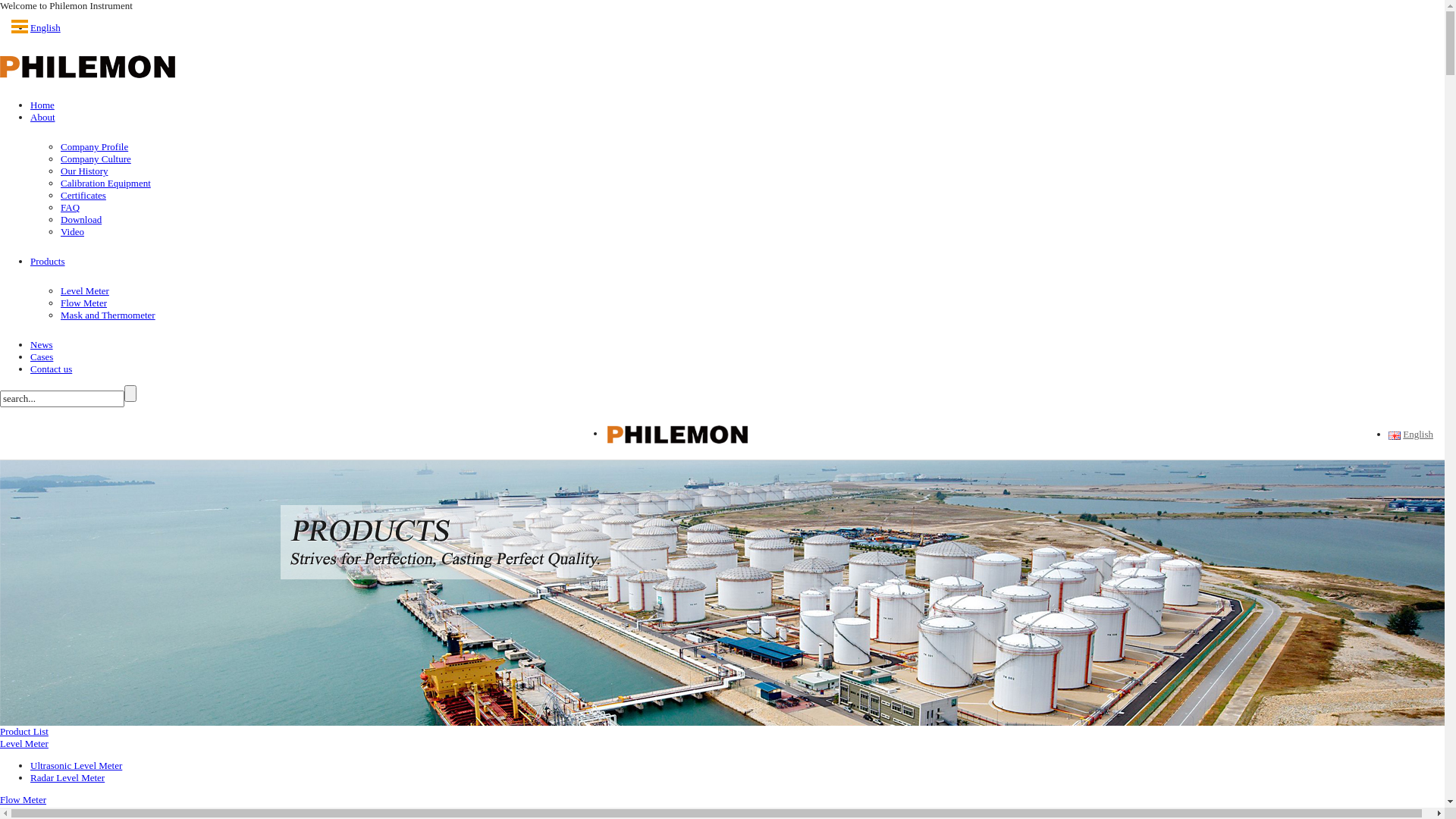  What do you see at coordinates (95, 158) in the screenshot?
I see `'Company Culture'` at bounding box center [95, 158].